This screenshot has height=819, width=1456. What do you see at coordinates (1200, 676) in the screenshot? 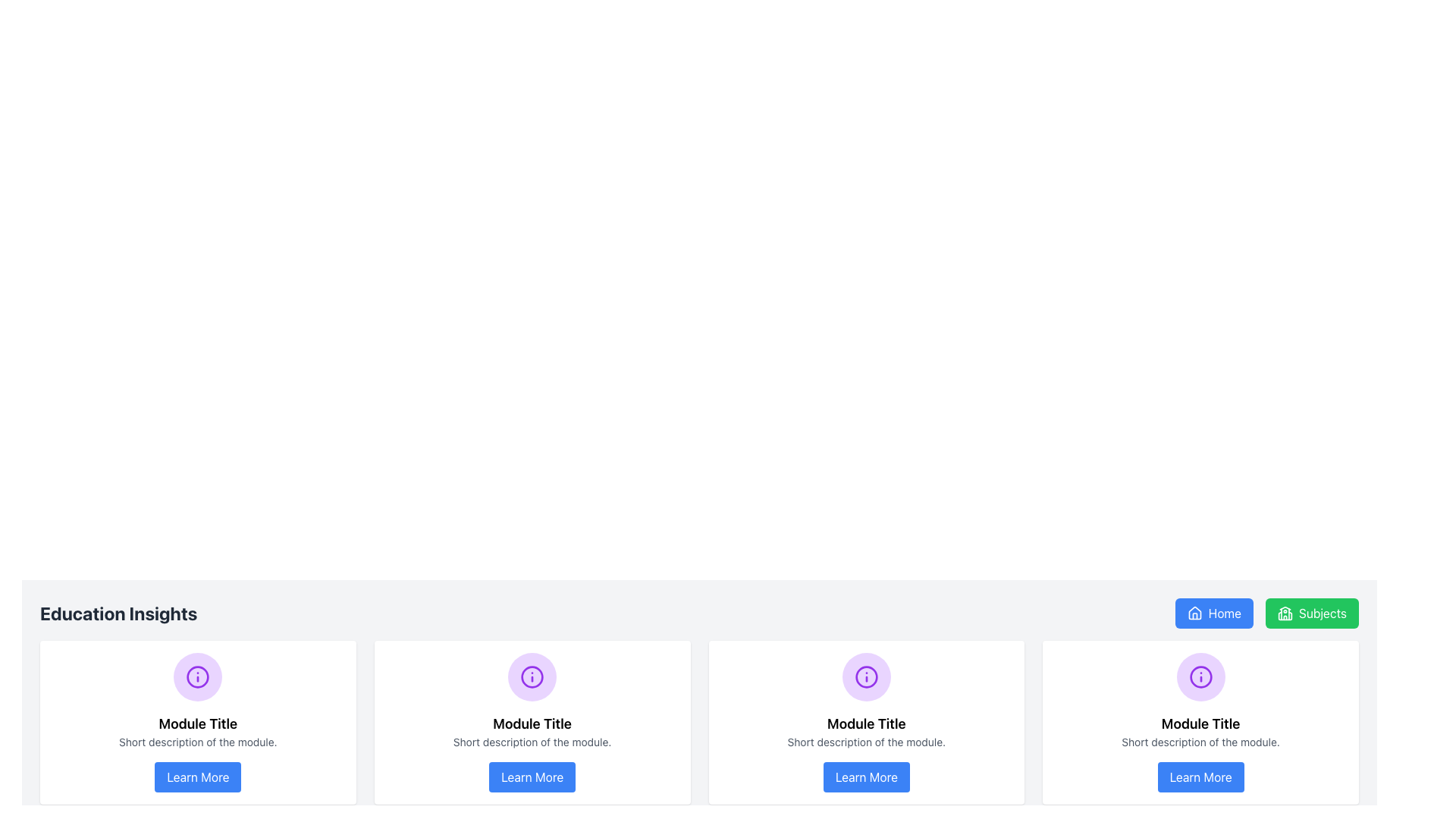
I see `the graphical decoration of the information icon located in the last module card, which represents additional details about the corresponding module` at bounding box center [1200, 676].